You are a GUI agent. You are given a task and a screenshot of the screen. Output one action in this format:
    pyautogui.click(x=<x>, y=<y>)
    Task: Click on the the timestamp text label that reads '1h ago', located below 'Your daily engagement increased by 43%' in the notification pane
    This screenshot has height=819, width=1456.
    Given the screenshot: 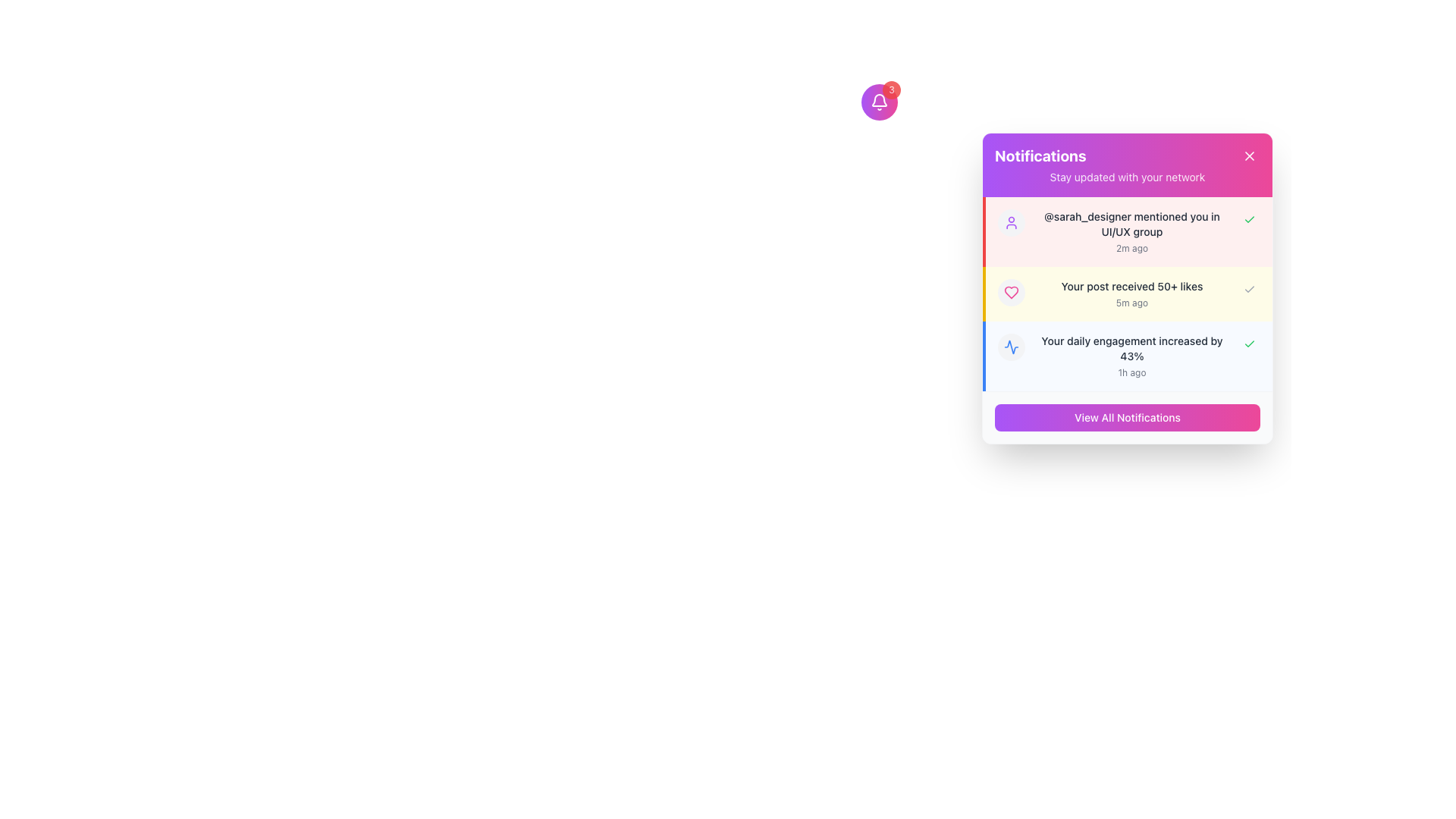 What is the action you would take?
    pyautogui.click(x=1131, y=373)
    